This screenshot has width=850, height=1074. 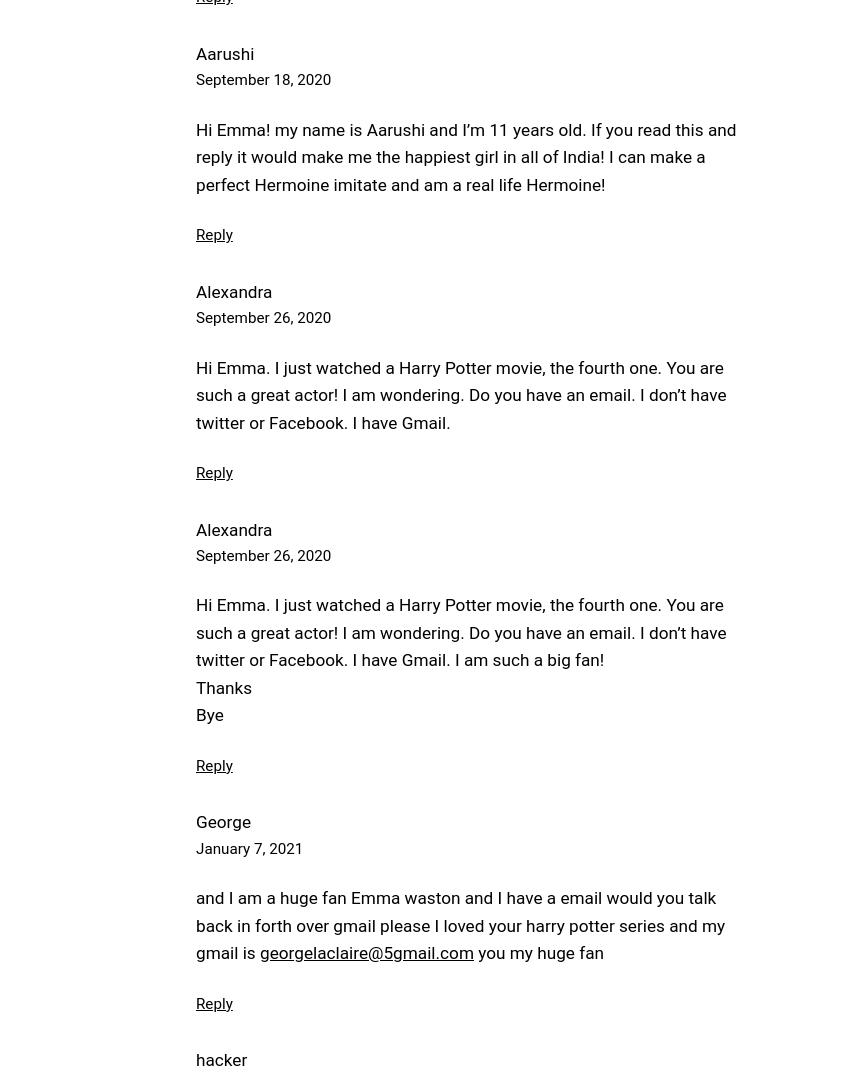 I want to click on 'September 18, 2020', so click(x=262, y=80).